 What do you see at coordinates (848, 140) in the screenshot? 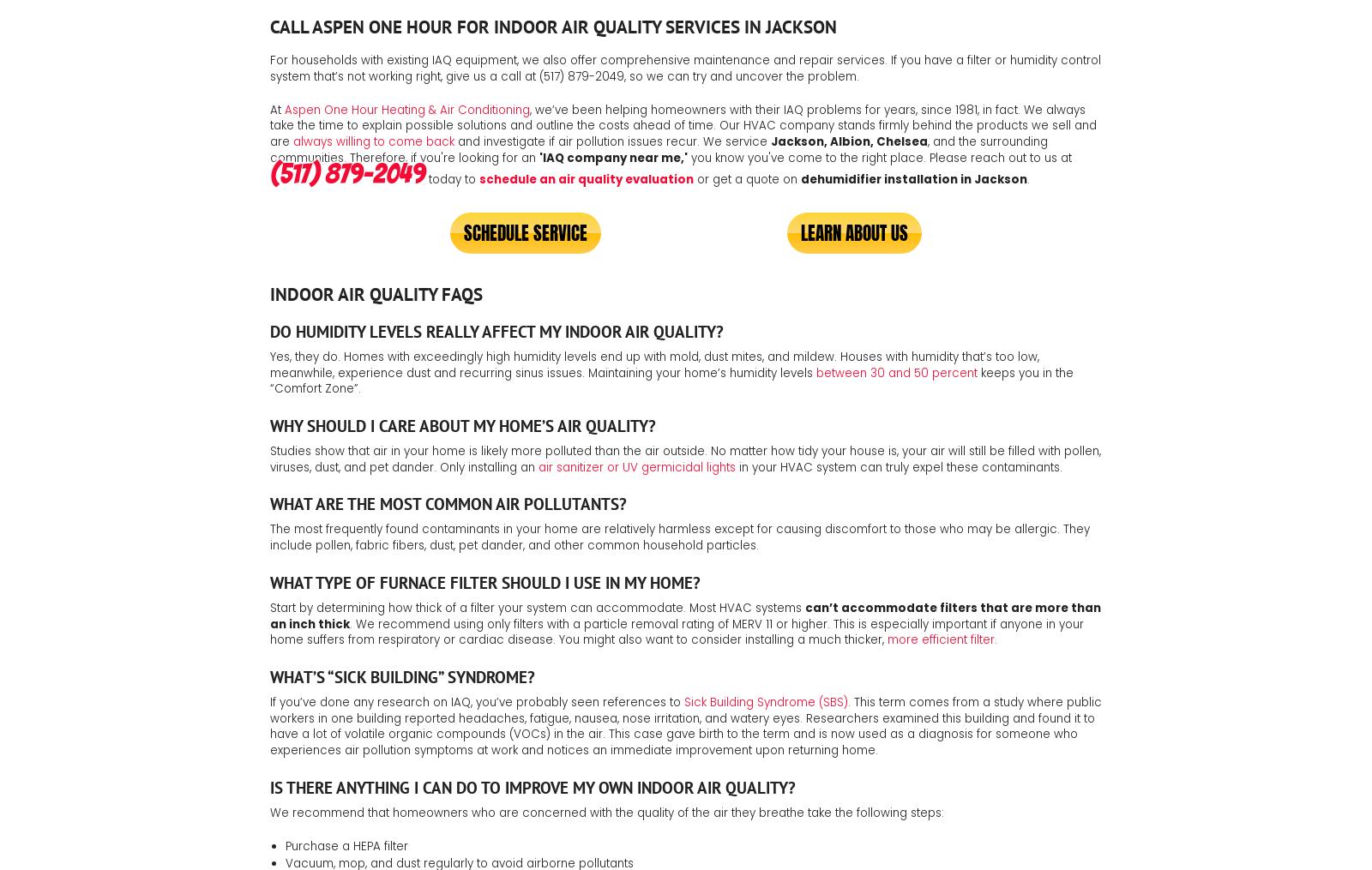
I see `'Jackson, Albion, Chelsea'` at bounding box center [848, 140].